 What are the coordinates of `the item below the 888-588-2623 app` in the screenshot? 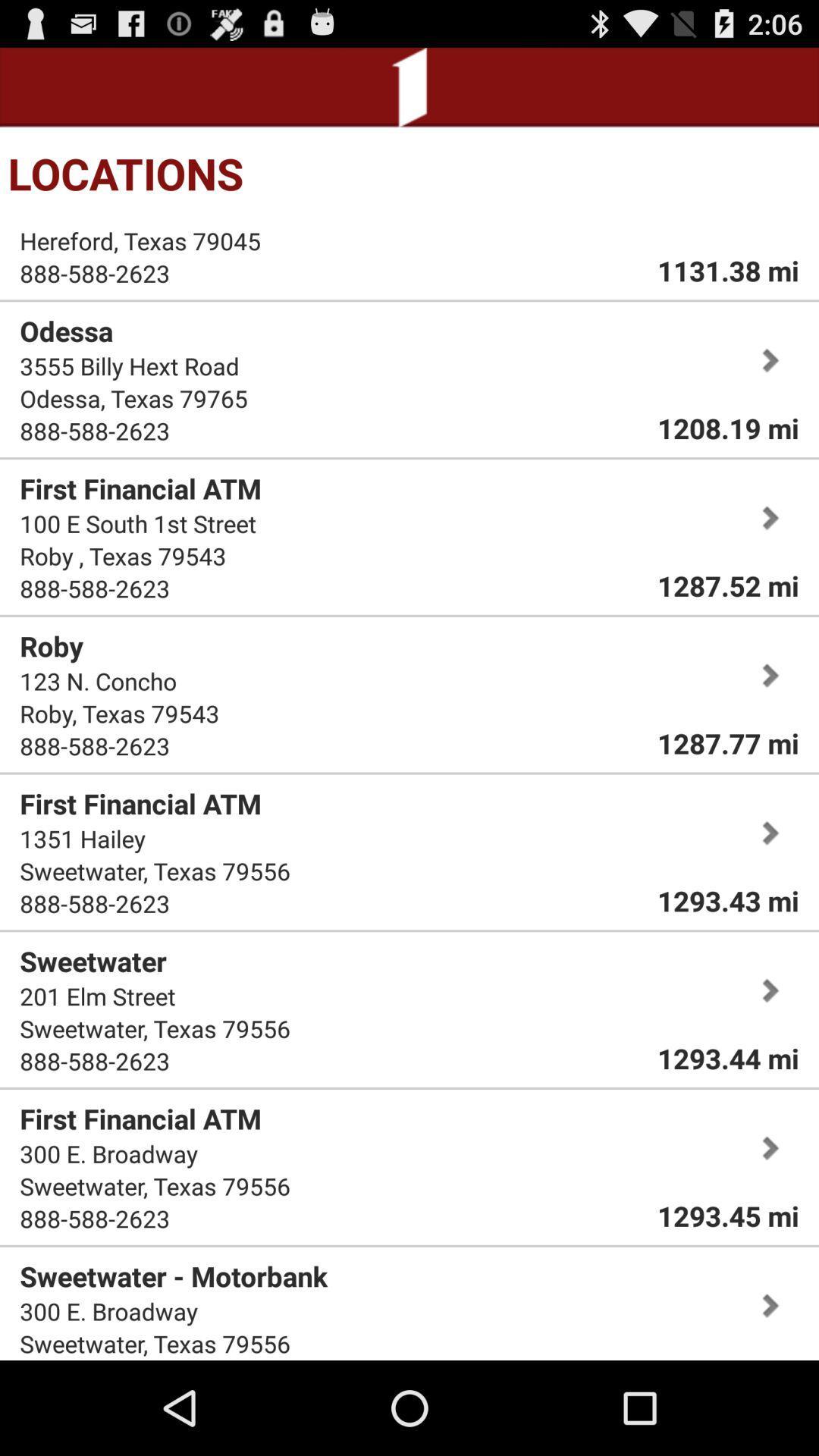 It's located at (173, 1276).